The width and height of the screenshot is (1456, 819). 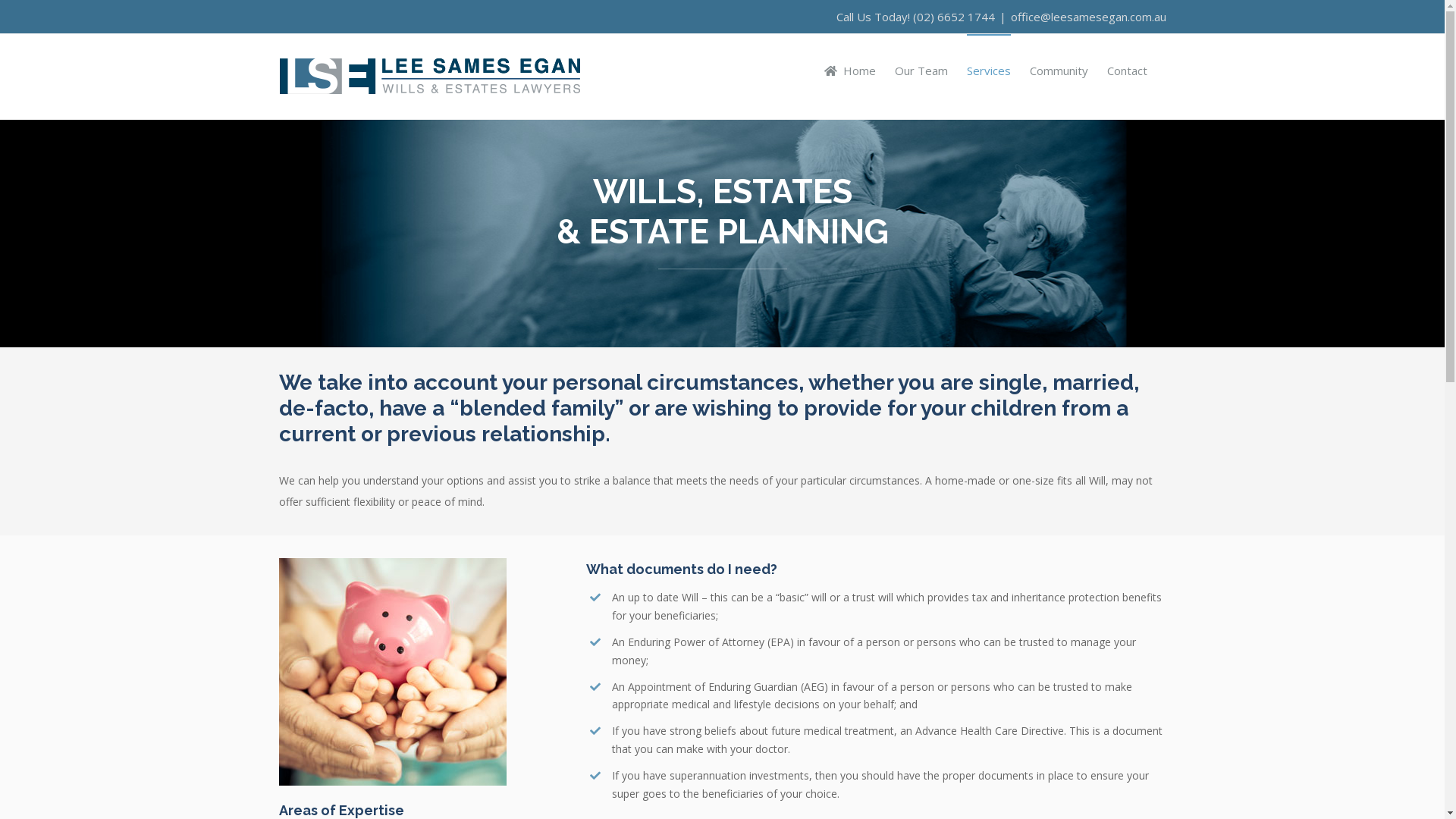 What do you see at coordinates (1058, 70) in the screenshot?
I see `'Community'` at bounding box center [1058, 70].